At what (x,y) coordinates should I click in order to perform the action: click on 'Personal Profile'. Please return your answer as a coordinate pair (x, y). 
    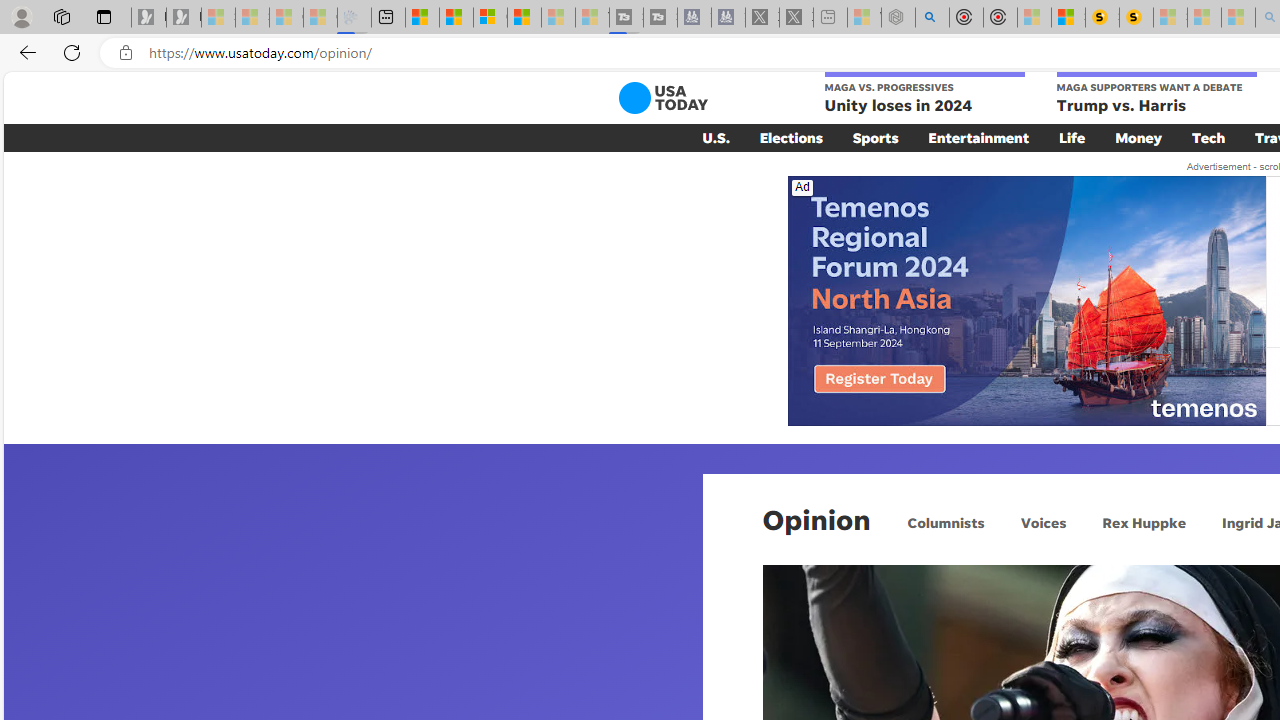
    Looking at the image, I should click on (21, 16).